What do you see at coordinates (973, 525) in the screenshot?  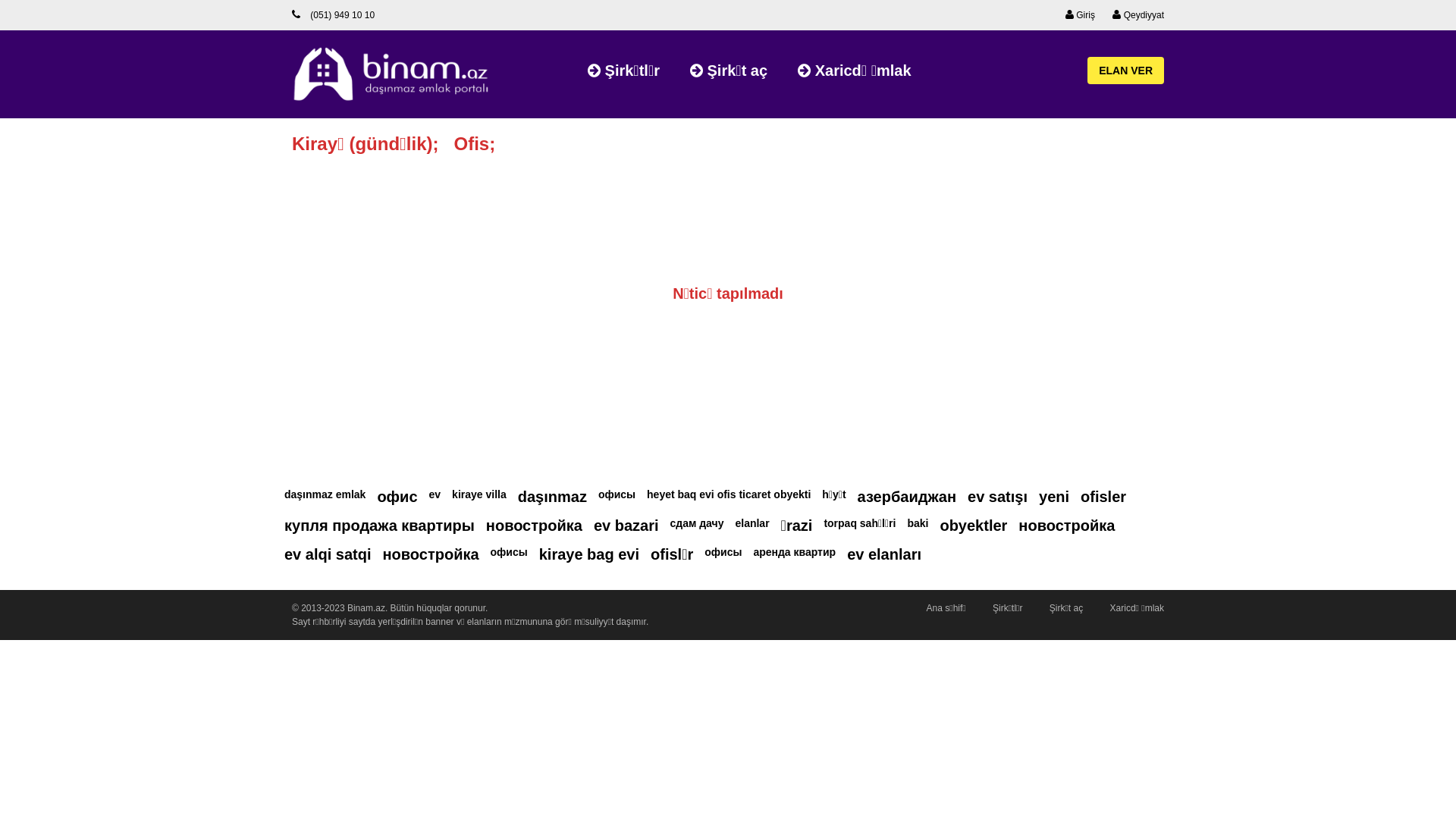 I see `'obyektler'` at bounding box center [973, 525].